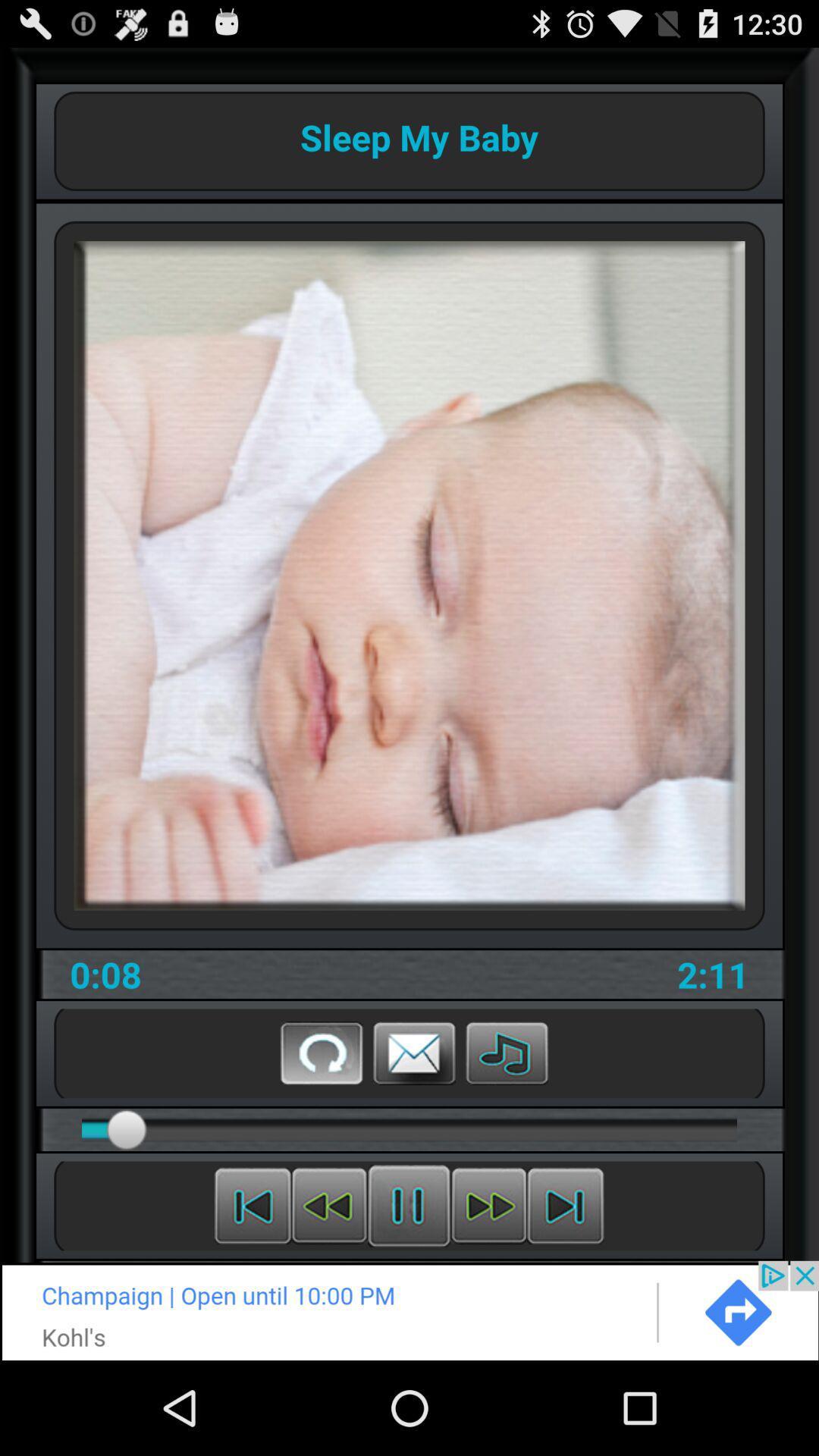  I want to click on lullaby loop, so click(321, 1052).